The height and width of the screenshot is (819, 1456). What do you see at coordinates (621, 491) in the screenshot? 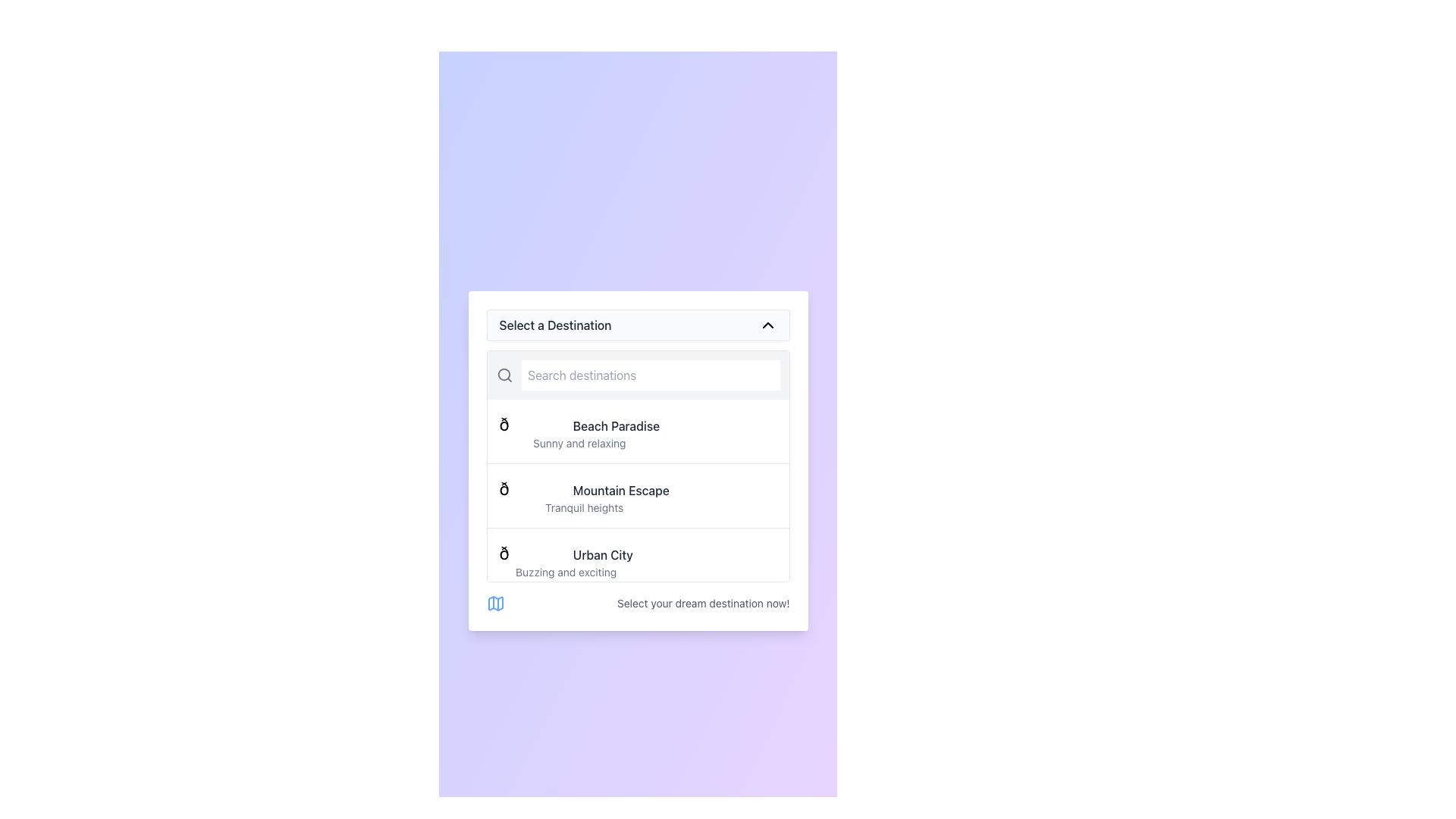
I see `the 'Mountain Escape' label in the dropdown menu` at bounding box center [621, 491].